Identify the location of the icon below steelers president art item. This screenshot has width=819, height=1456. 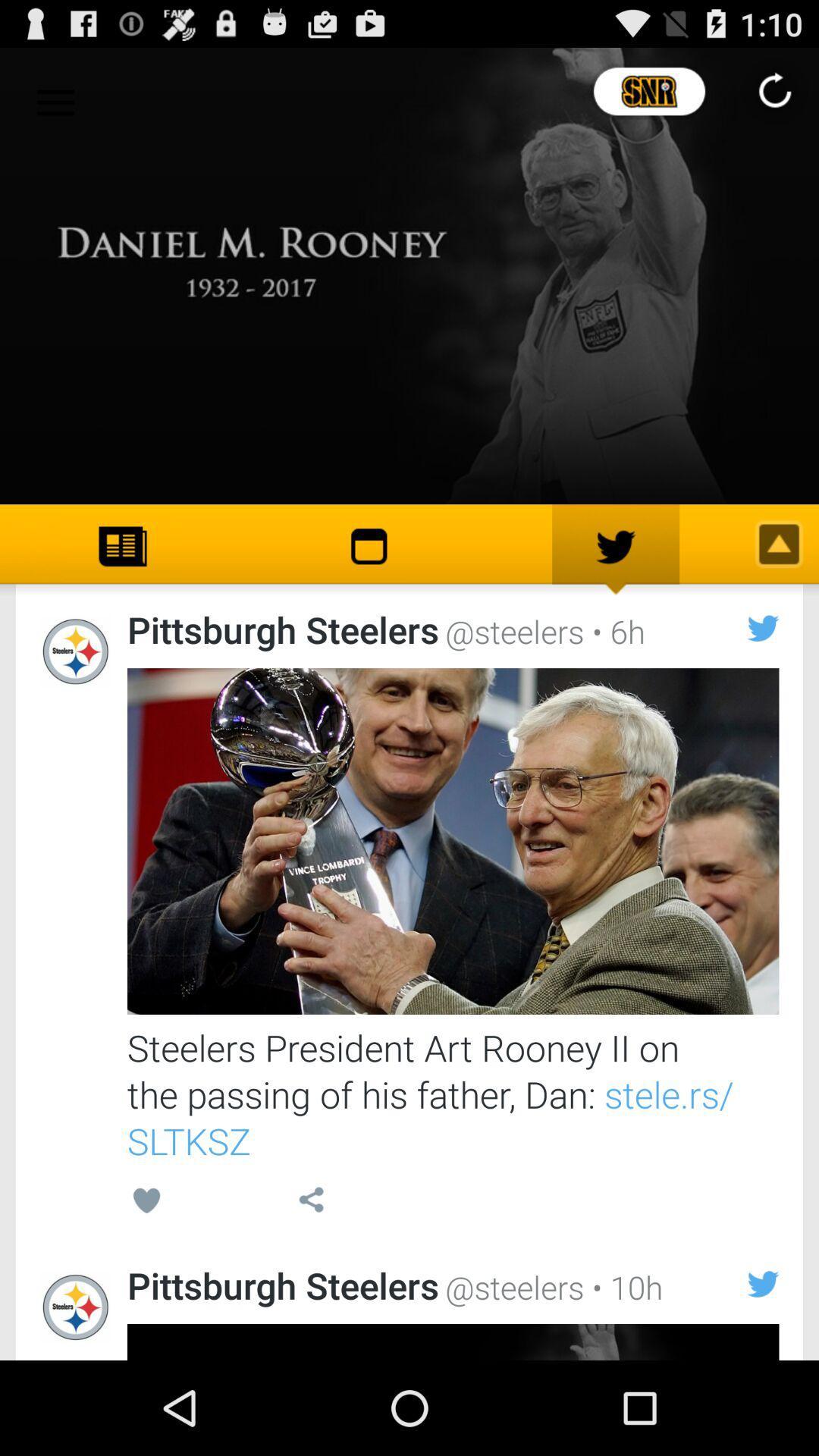
(146, 1202).